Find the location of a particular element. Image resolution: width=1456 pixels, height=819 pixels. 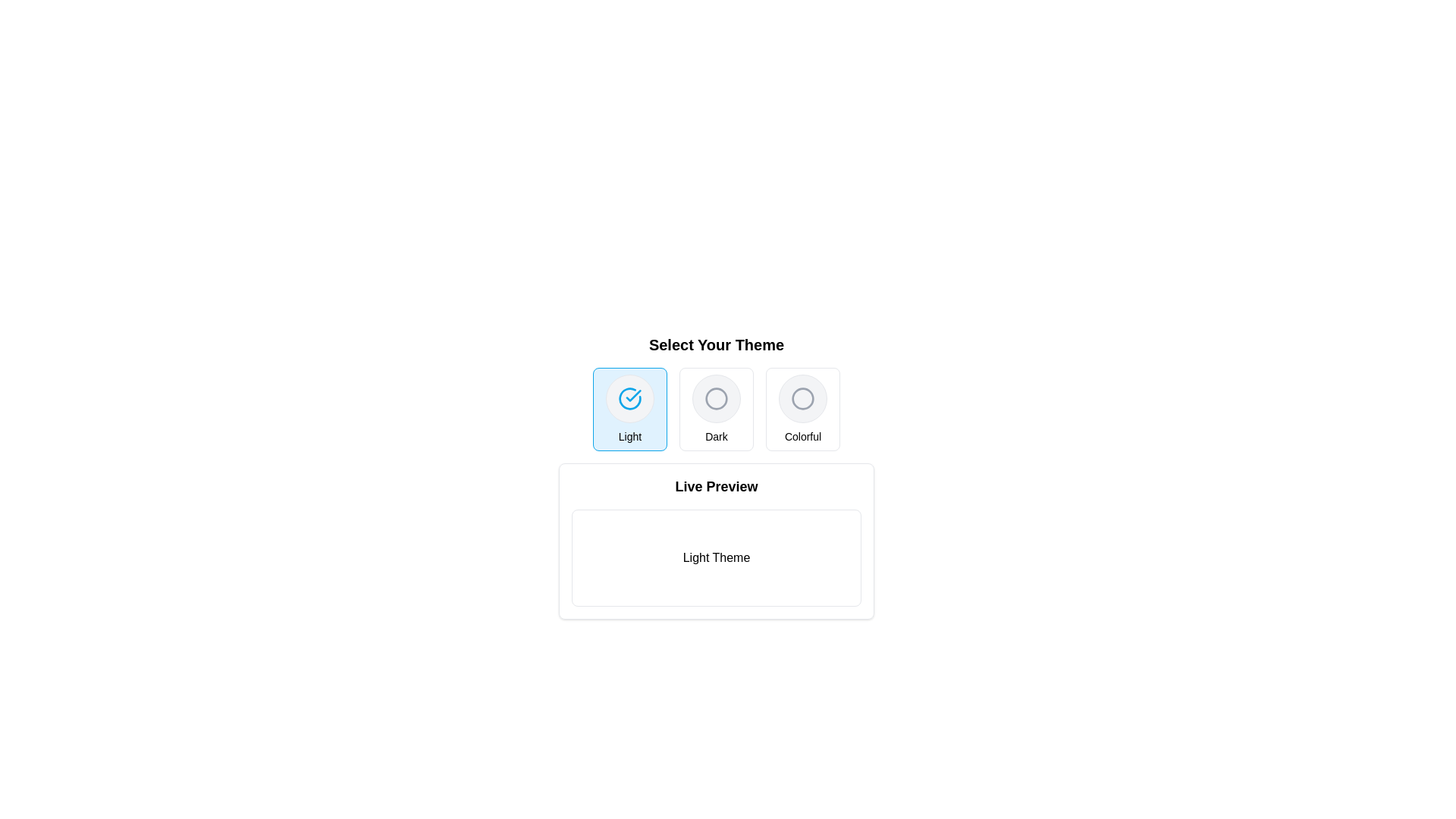

the Label containing the text 'Light Theme', which is located below the title 'Live Preview' and has a rectangular shape with rounded corners is located at coordinates (716, 558).